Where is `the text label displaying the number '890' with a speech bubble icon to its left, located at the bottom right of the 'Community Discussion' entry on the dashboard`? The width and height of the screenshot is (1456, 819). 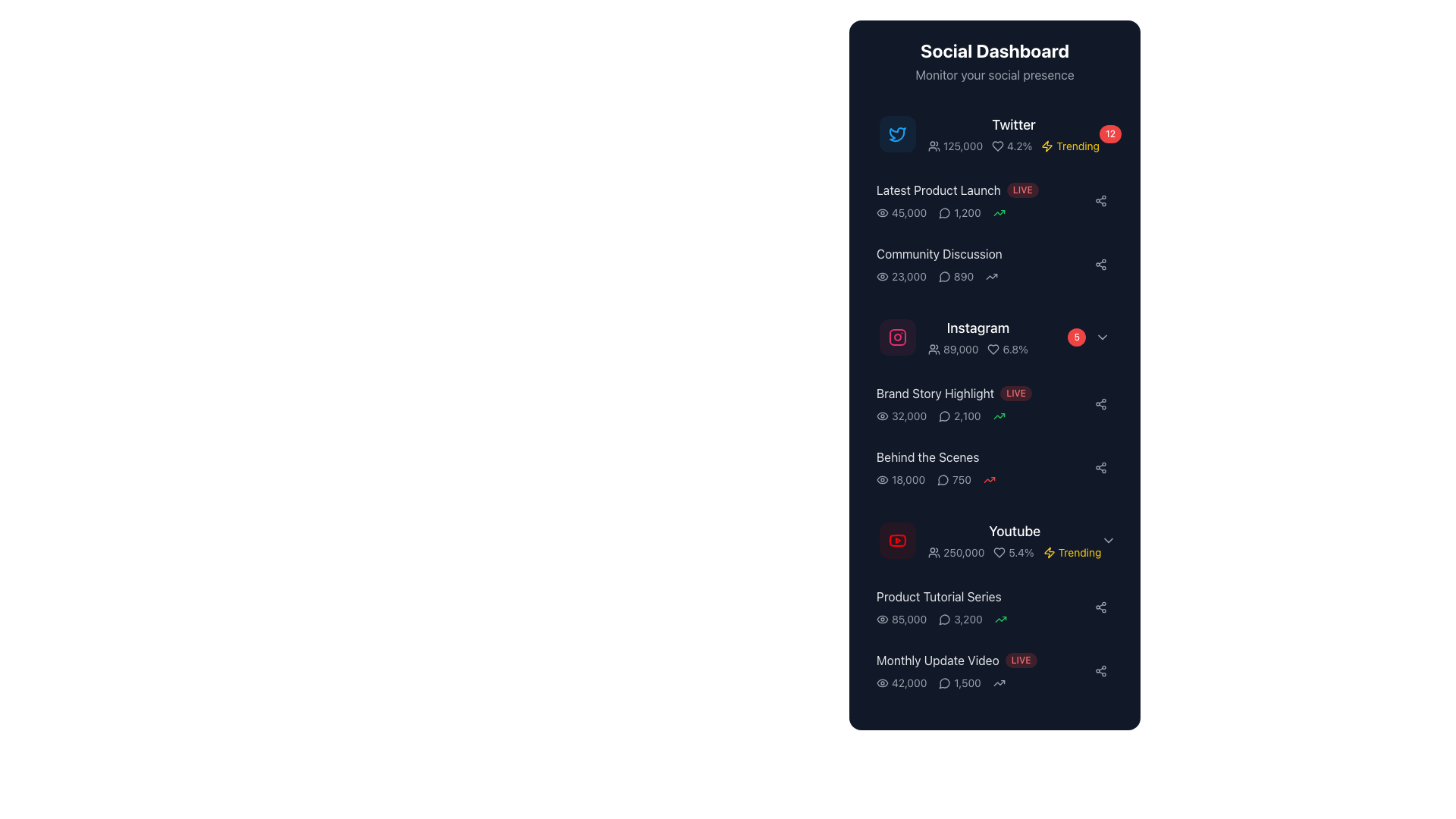 the text label displaying the number '890' with a speech bubble icon to its left, located at the bottom right of the 'Community Discussion' entry on the dashboard is located at coordinates (955, 277).